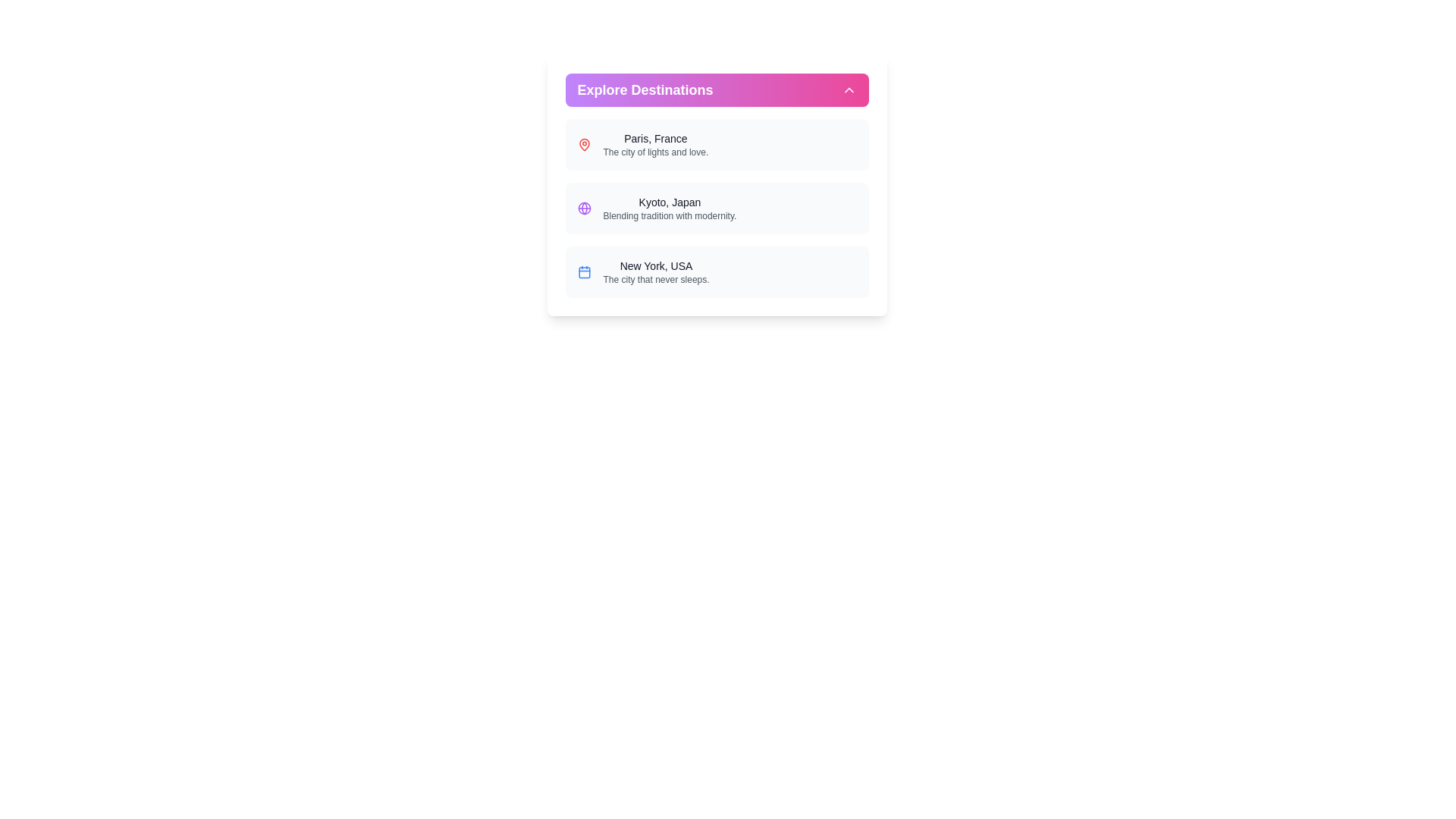  Describe the element at coordinates (656, 265) in the screenshot. I see `text label that displays 'New York, USA', located at the top of the third card in a list of destination cards` at that location.